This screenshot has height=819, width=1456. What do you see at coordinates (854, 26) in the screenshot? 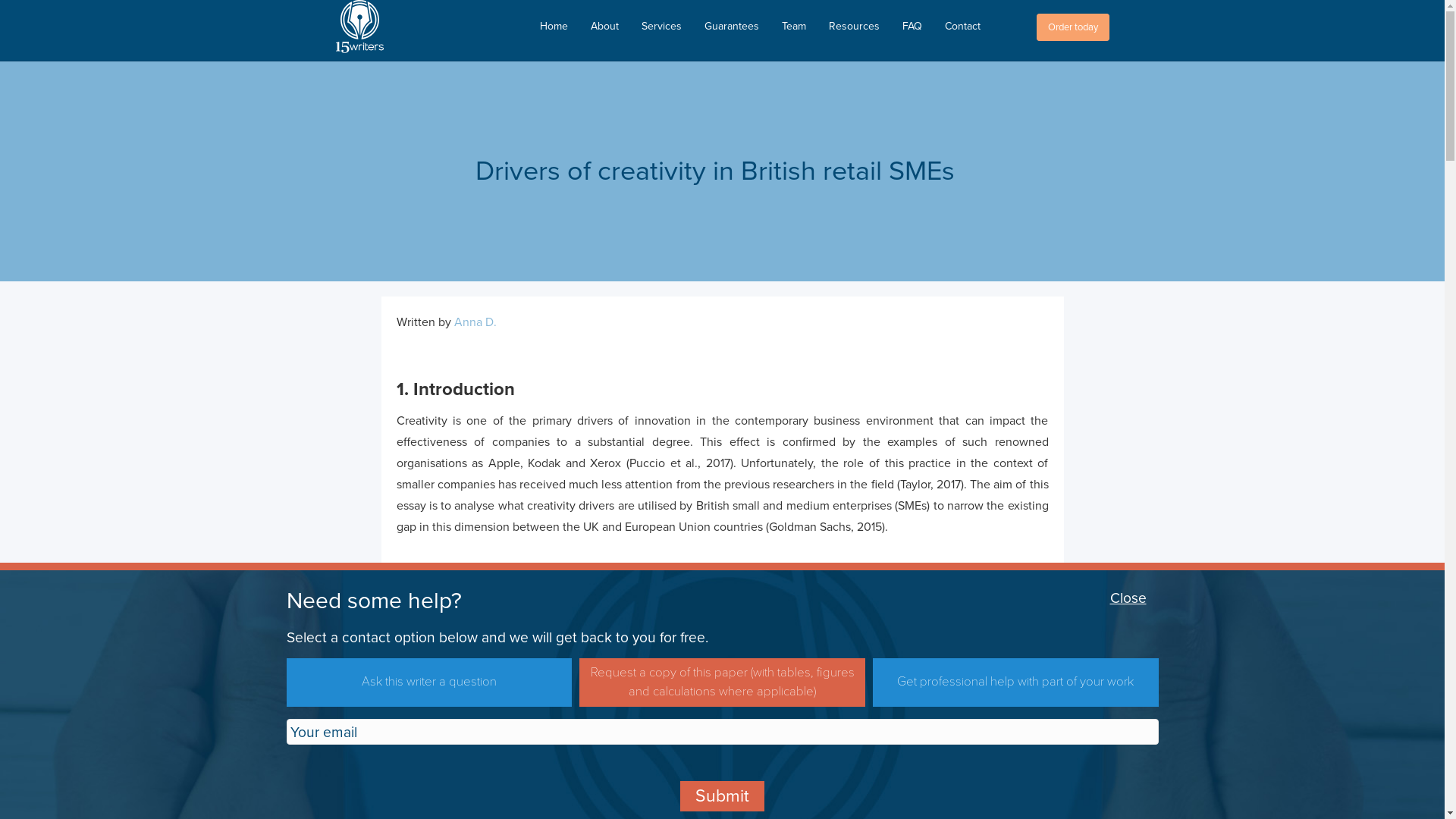
I see `'Resources'` at bounding box center [854, 26].